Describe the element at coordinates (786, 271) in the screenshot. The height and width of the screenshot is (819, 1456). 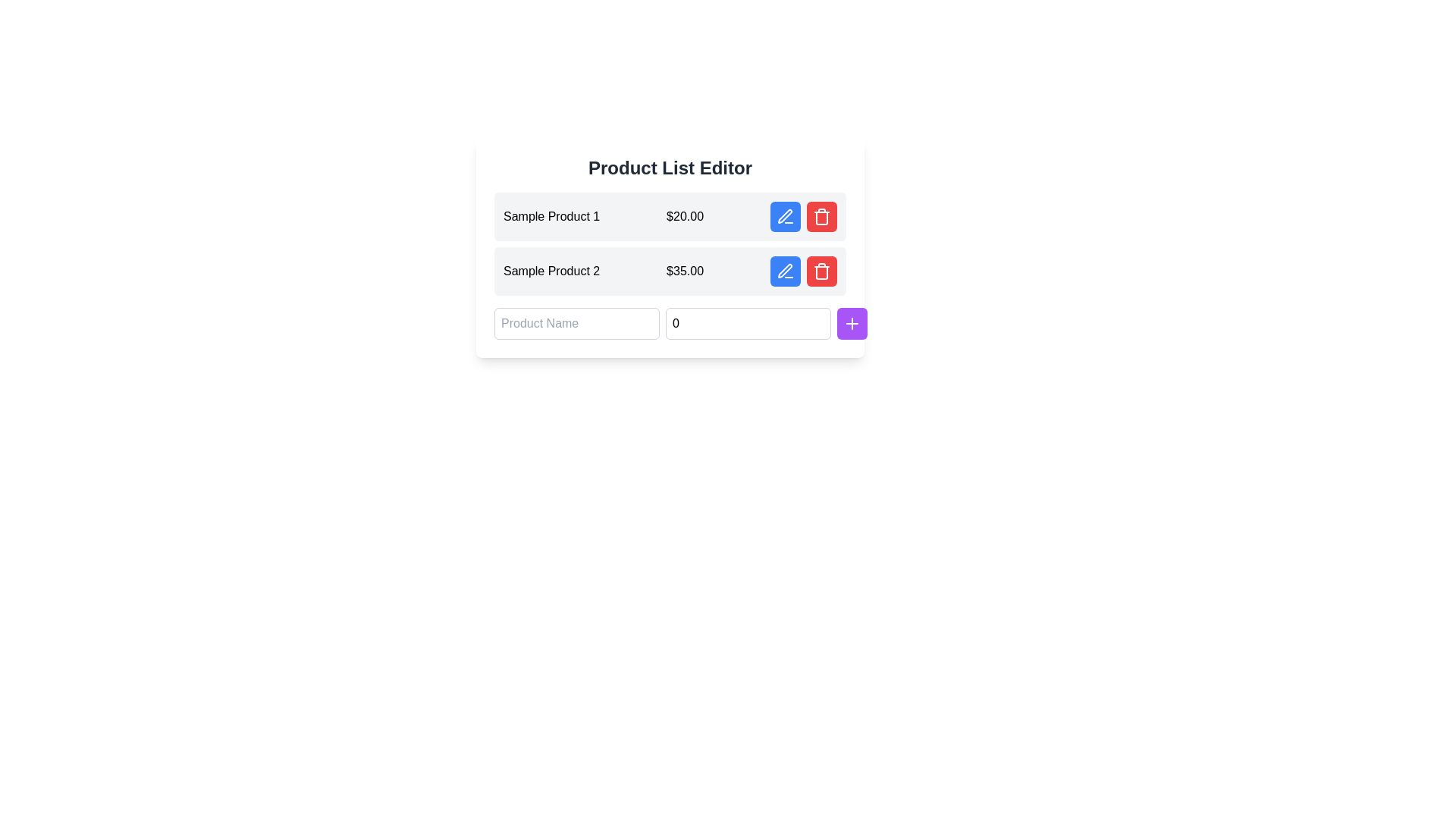
I see `the edit button with a blue background and pen icon located in the controls section of the second product row in the Product List Editor` at that location.